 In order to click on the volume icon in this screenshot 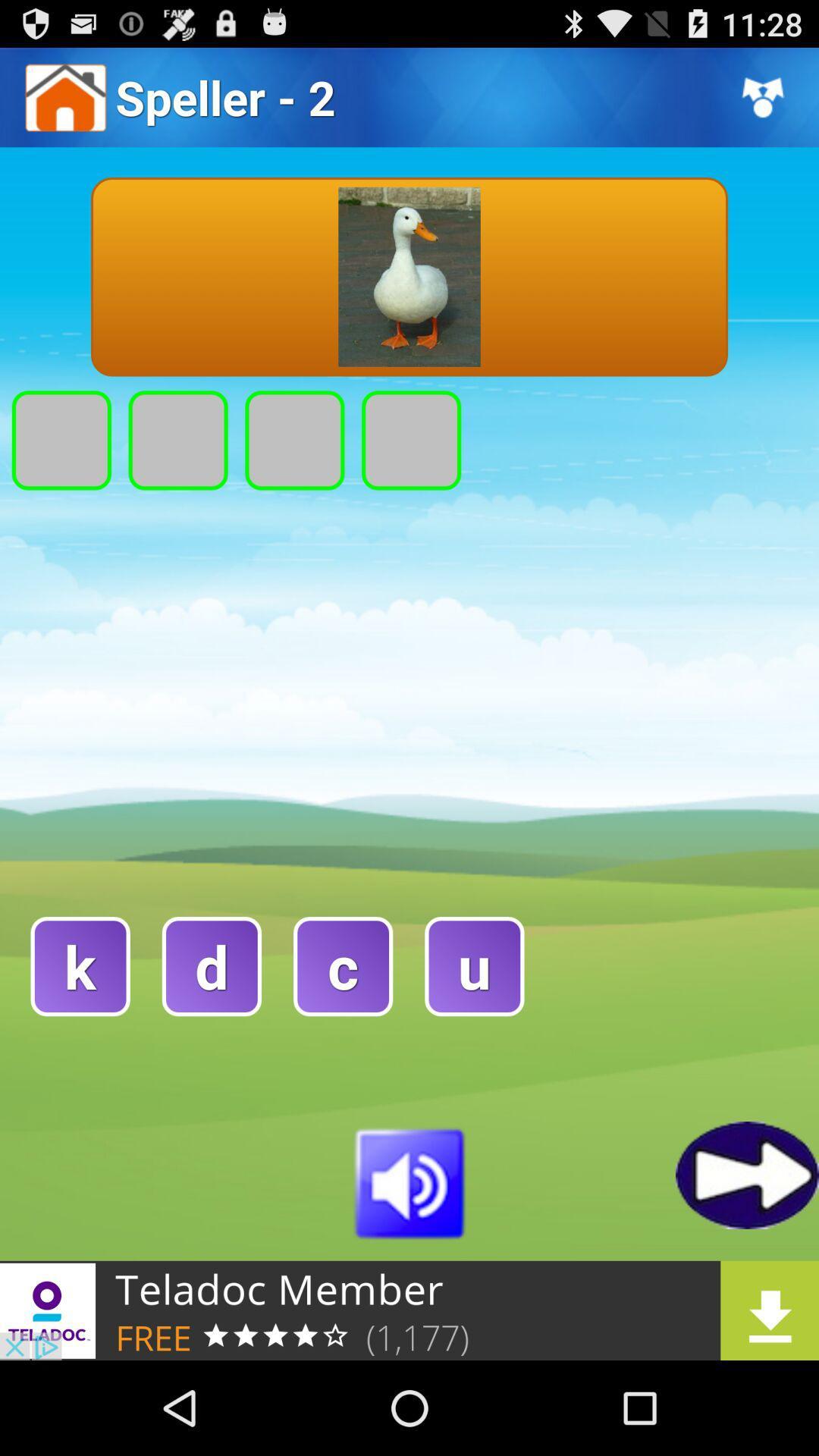, I will do `click(409, 1264)`.